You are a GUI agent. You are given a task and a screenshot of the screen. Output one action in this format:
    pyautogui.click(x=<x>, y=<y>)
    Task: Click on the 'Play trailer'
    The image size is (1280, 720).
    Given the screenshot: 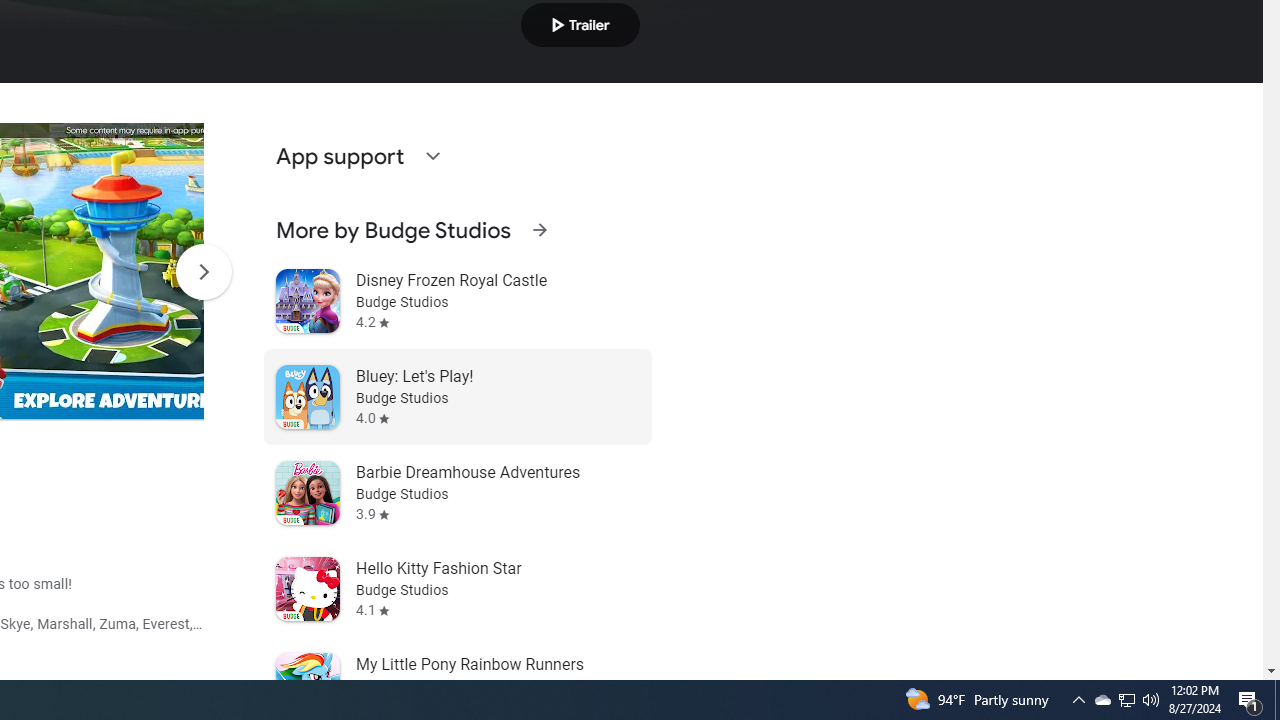 What is the action you would take?
    pyautogui.click(x=579, y=24)
    